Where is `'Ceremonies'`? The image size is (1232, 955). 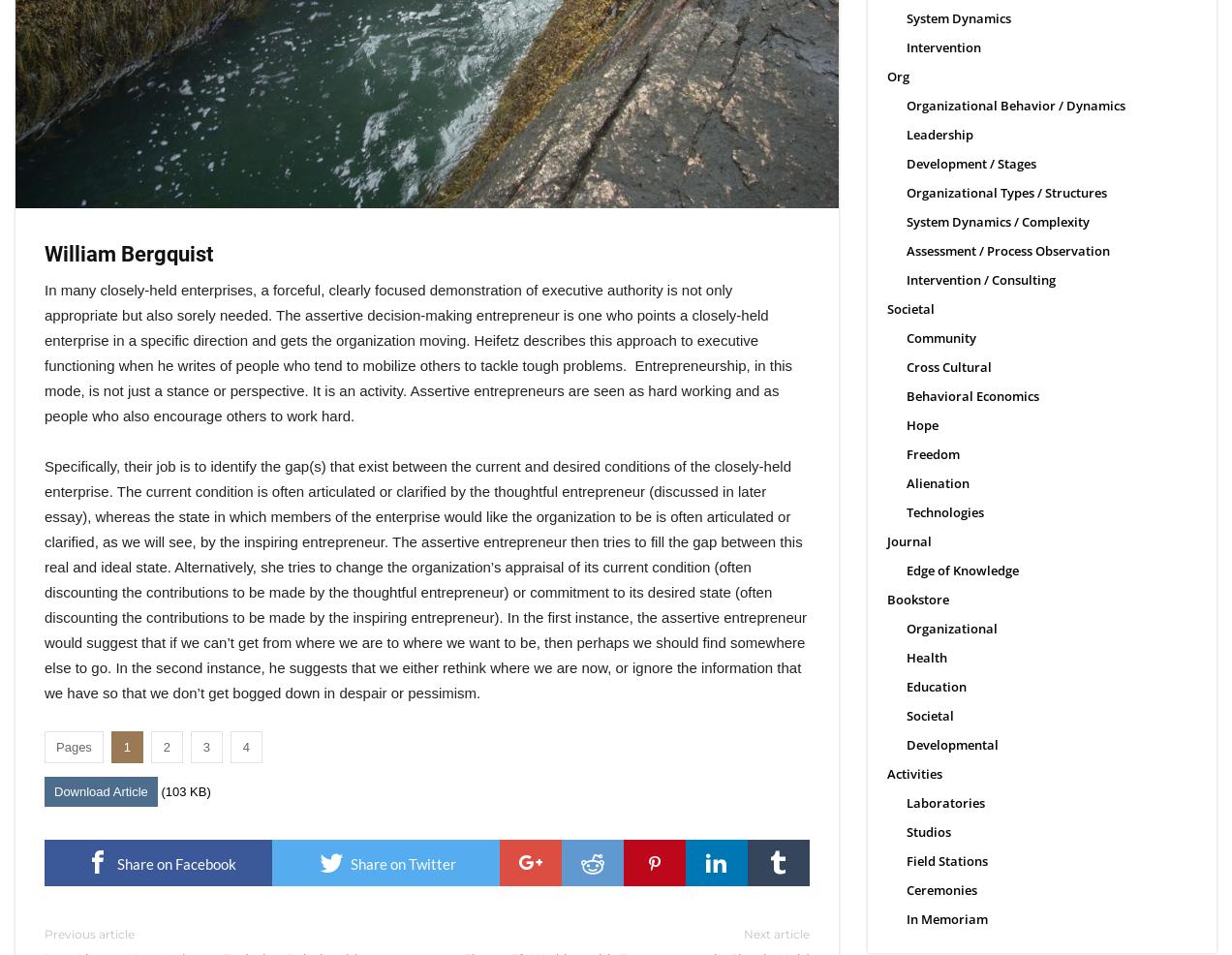
'Ceremonies' is located at coordinates (940, 889).